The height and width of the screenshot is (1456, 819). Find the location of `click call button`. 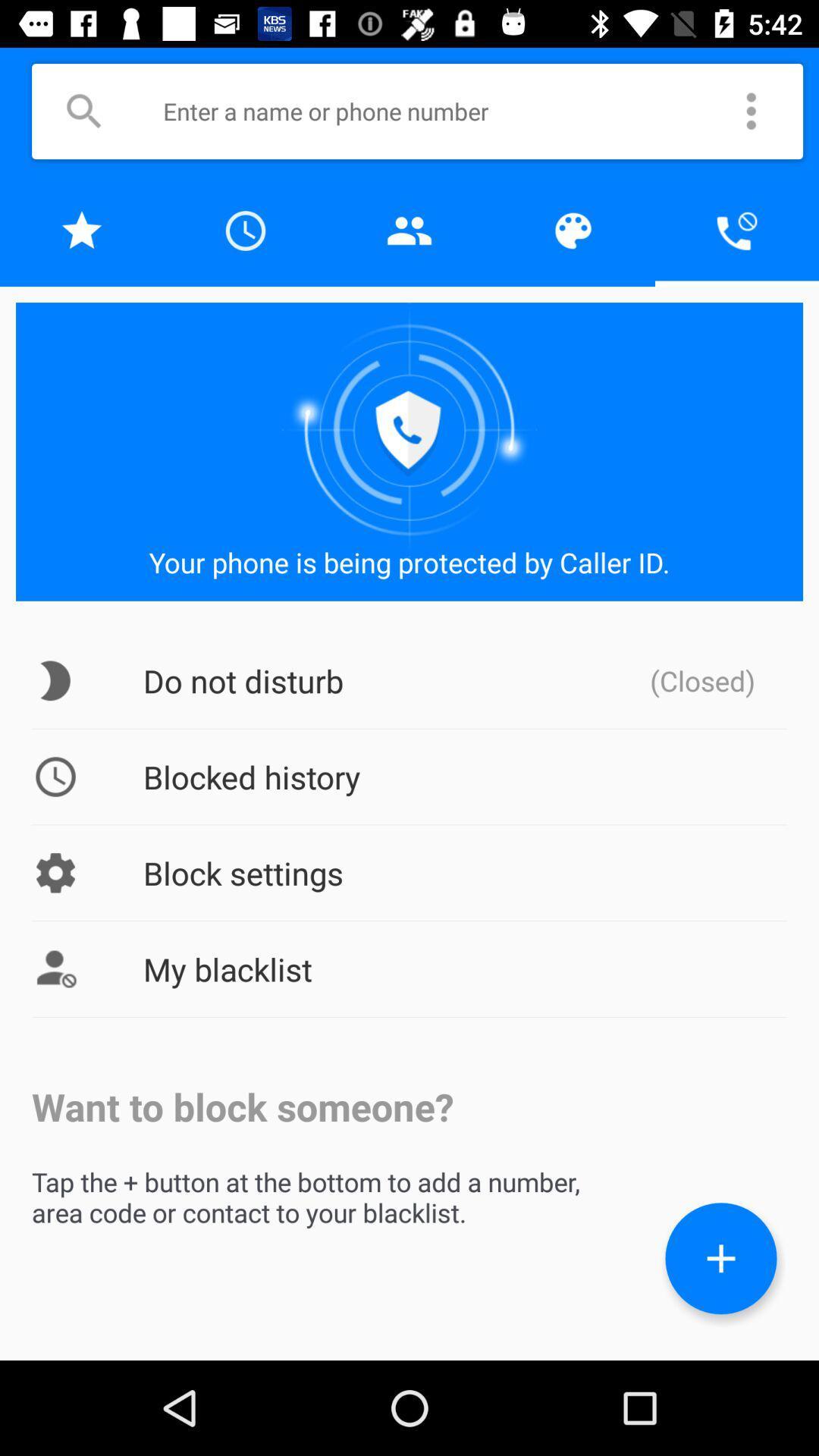

click call button is located at coordinates (736, 230).